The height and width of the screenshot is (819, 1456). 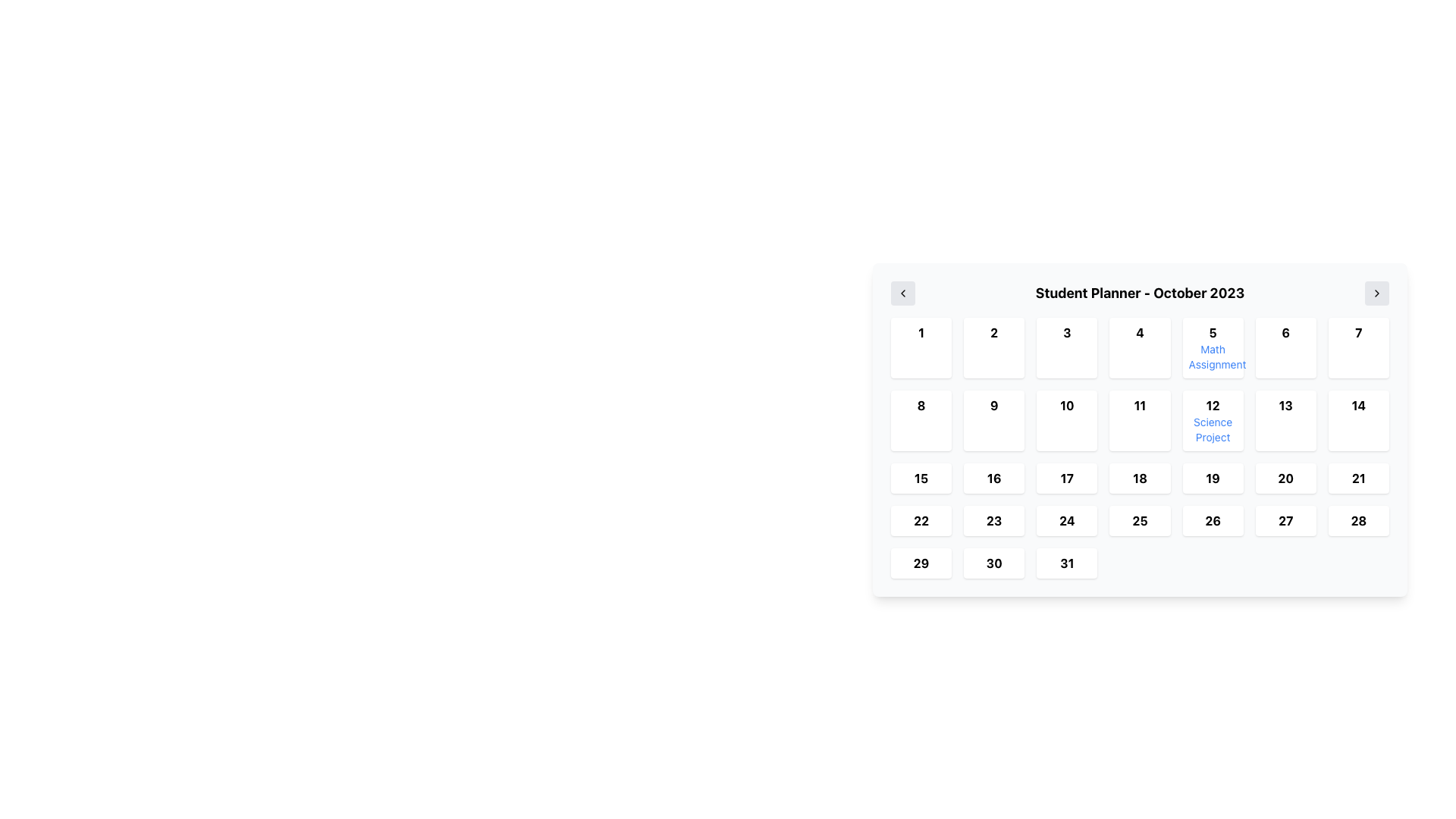 I want to click on the date cell representing October 16, so click(x=993, y=479).